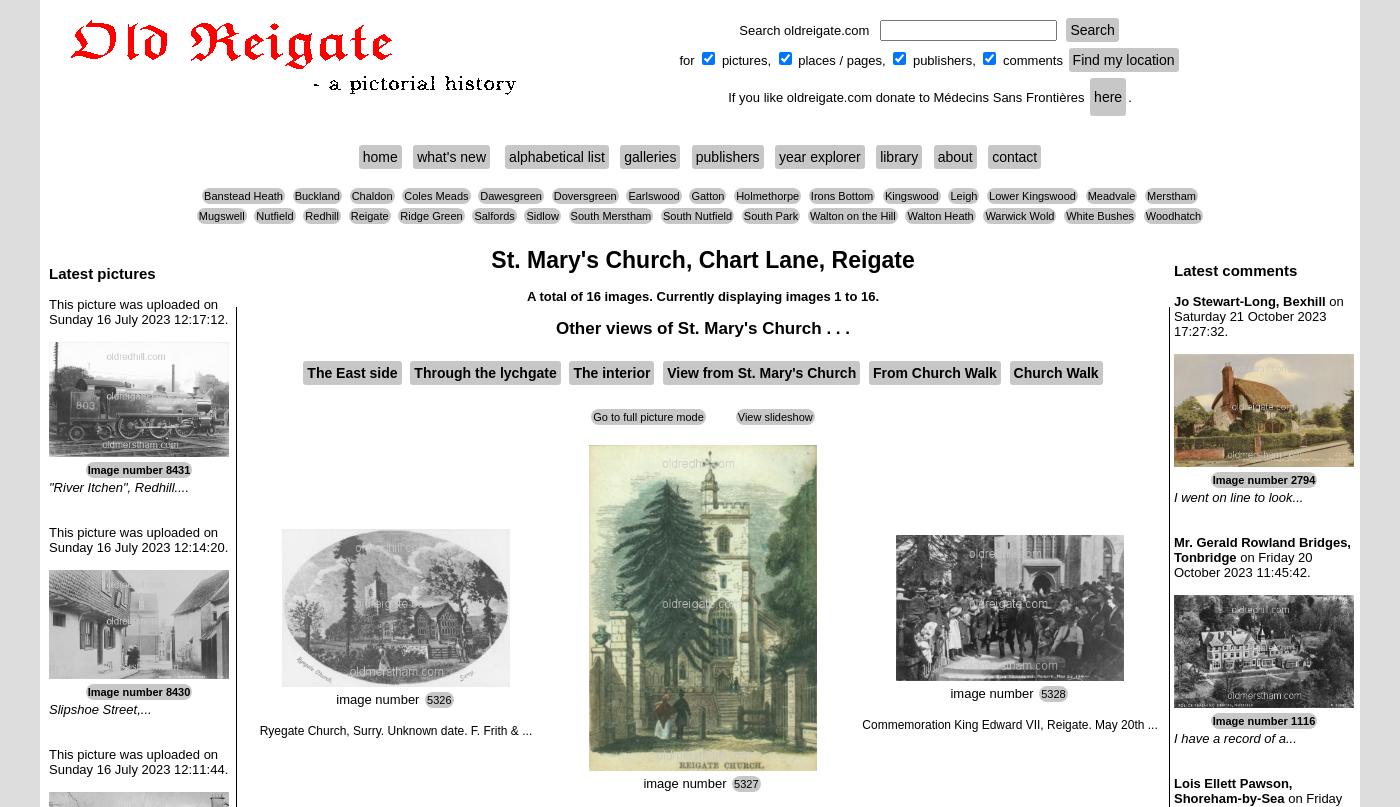  I want to click on 'Sunday 16 July 2023 12:11:44.', so click(138, 768).